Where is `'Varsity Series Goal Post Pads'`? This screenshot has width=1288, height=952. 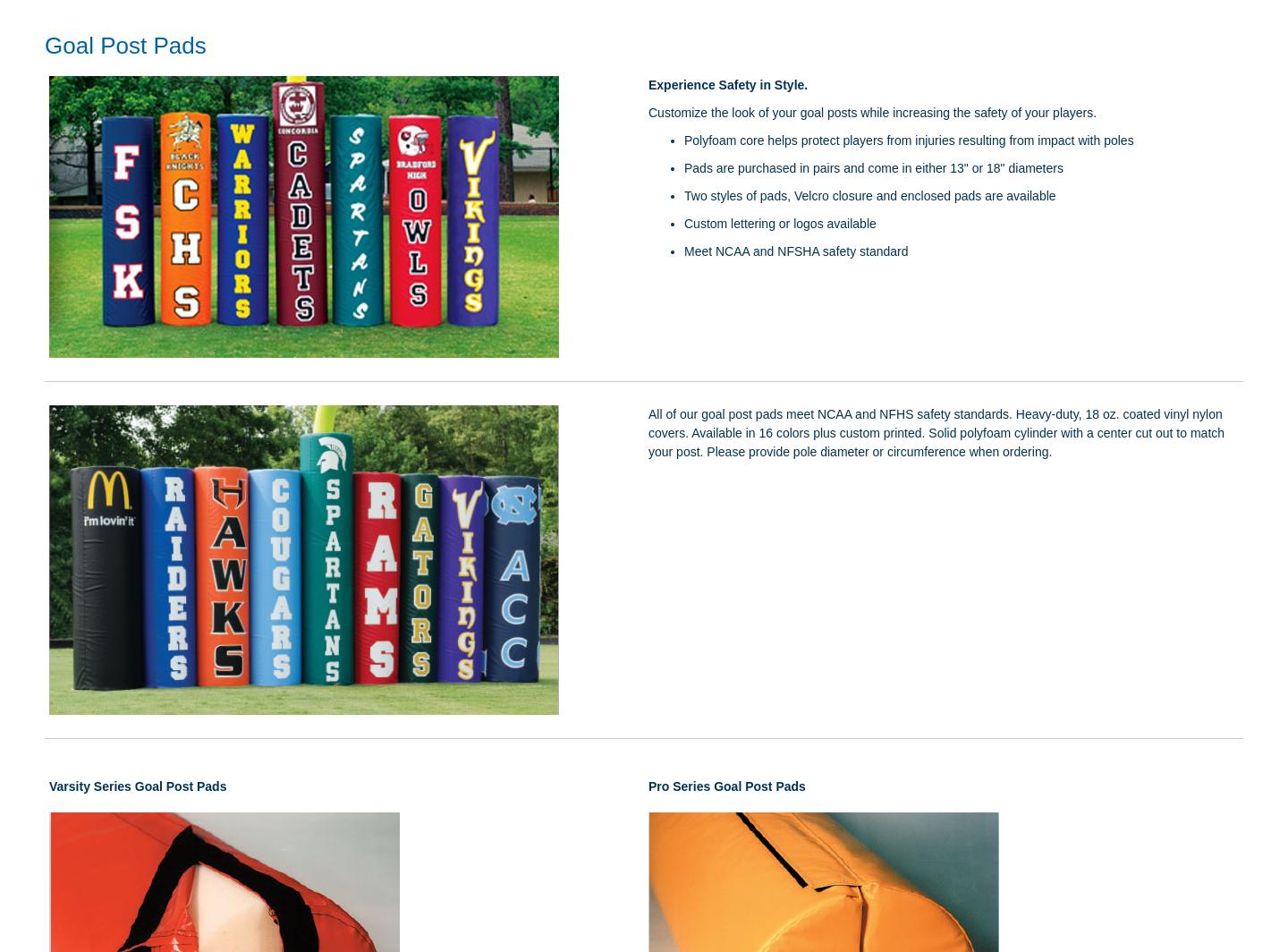
'Varsity Series Goal Post Pads' is located at coordinates (136, 786).